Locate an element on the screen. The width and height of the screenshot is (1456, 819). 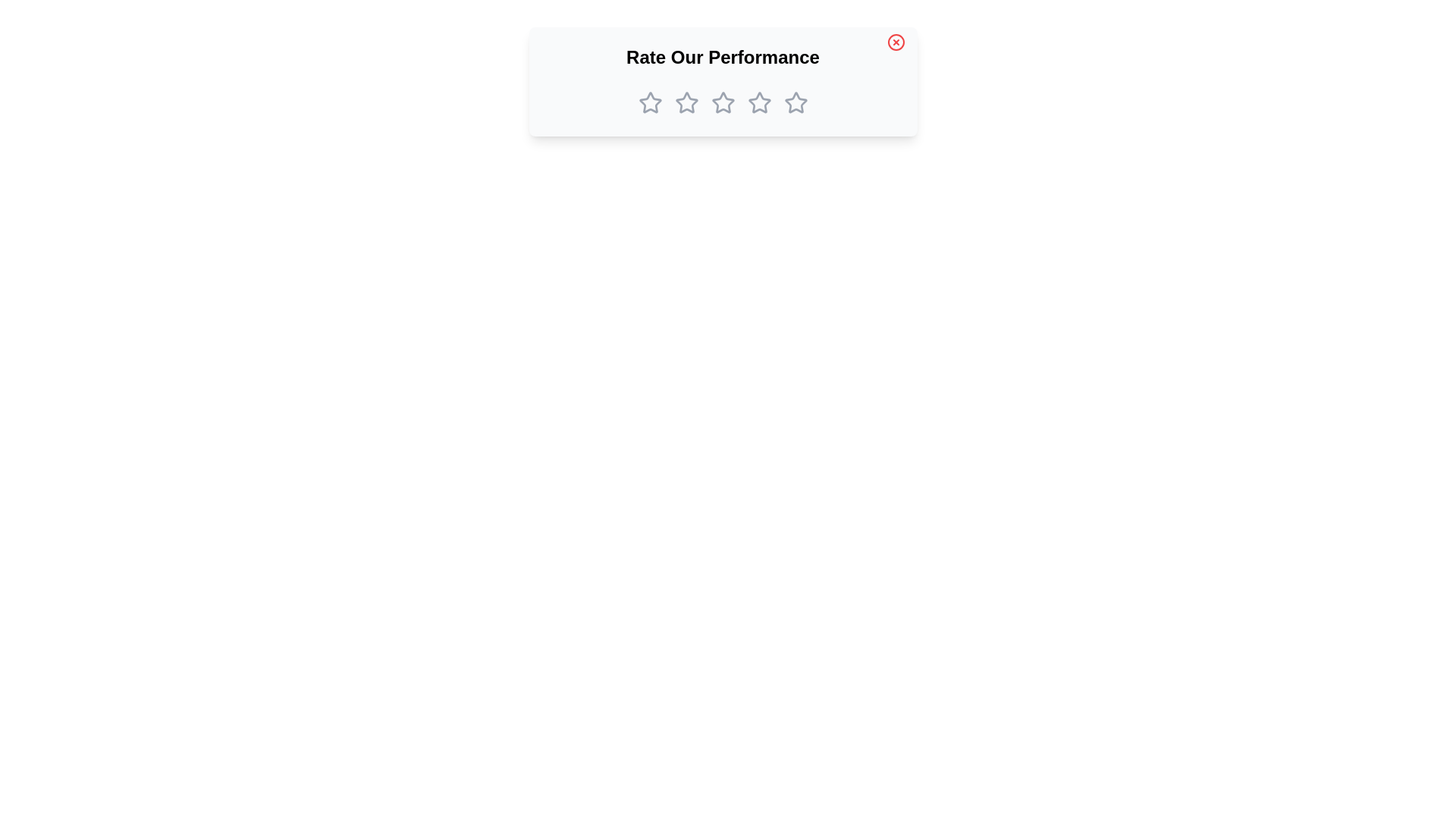
the star corresponding to the desired rating 2 is located at coordinates (686, 102).